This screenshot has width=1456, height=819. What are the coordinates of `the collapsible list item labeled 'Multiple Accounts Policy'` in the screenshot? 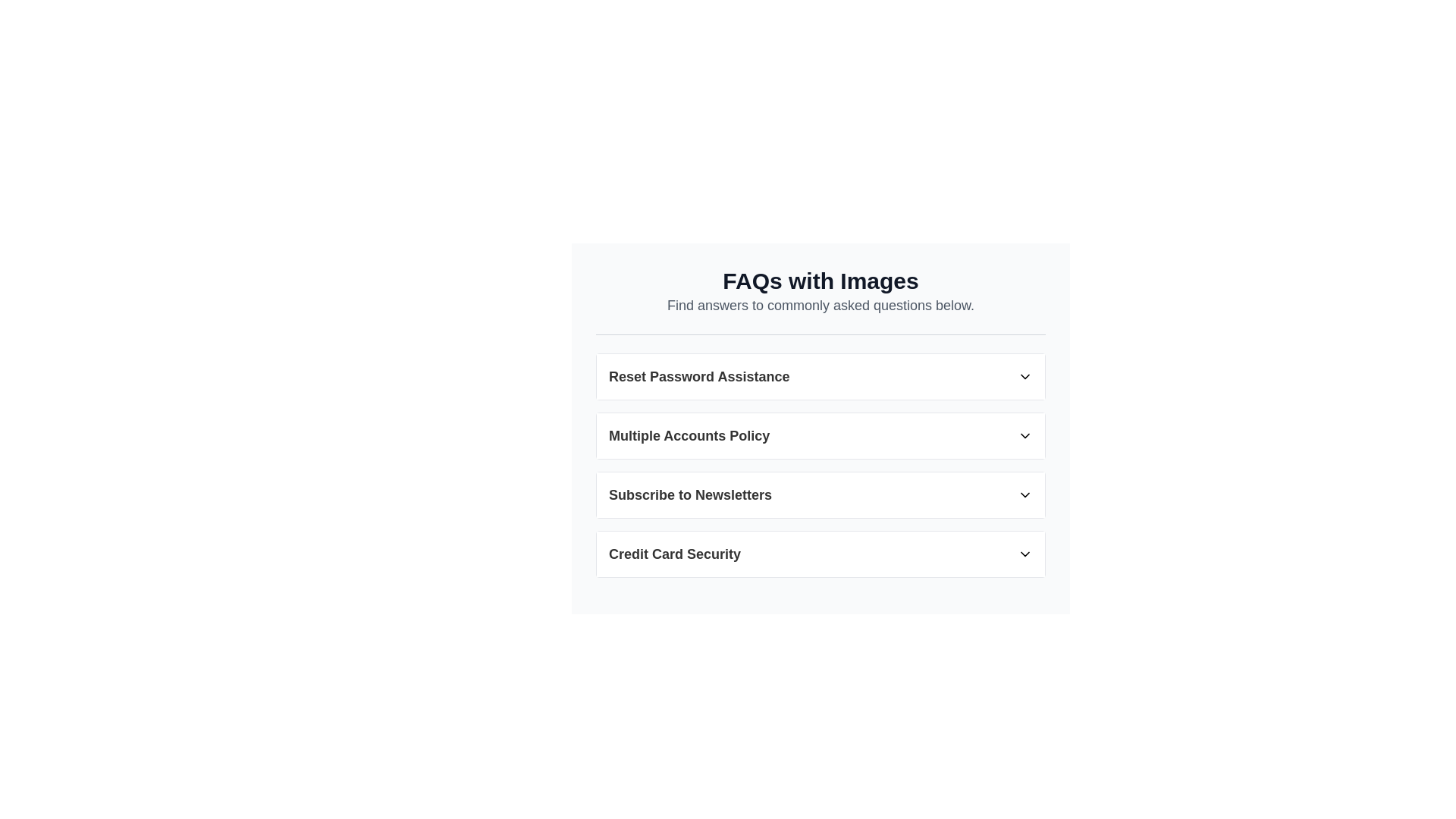 It's located at (820, 422).